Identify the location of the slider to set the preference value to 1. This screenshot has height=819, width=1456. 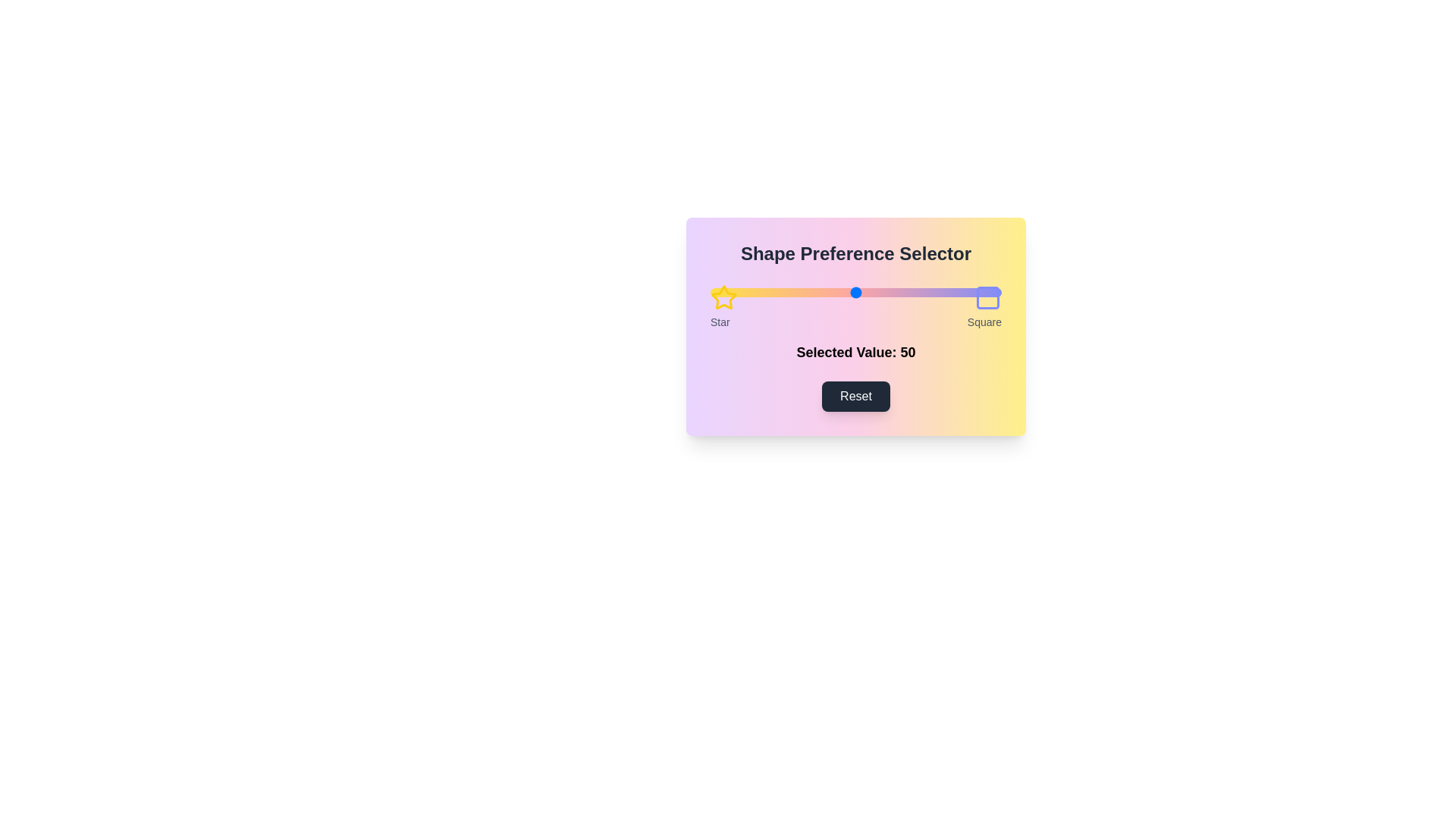
(712, 292).